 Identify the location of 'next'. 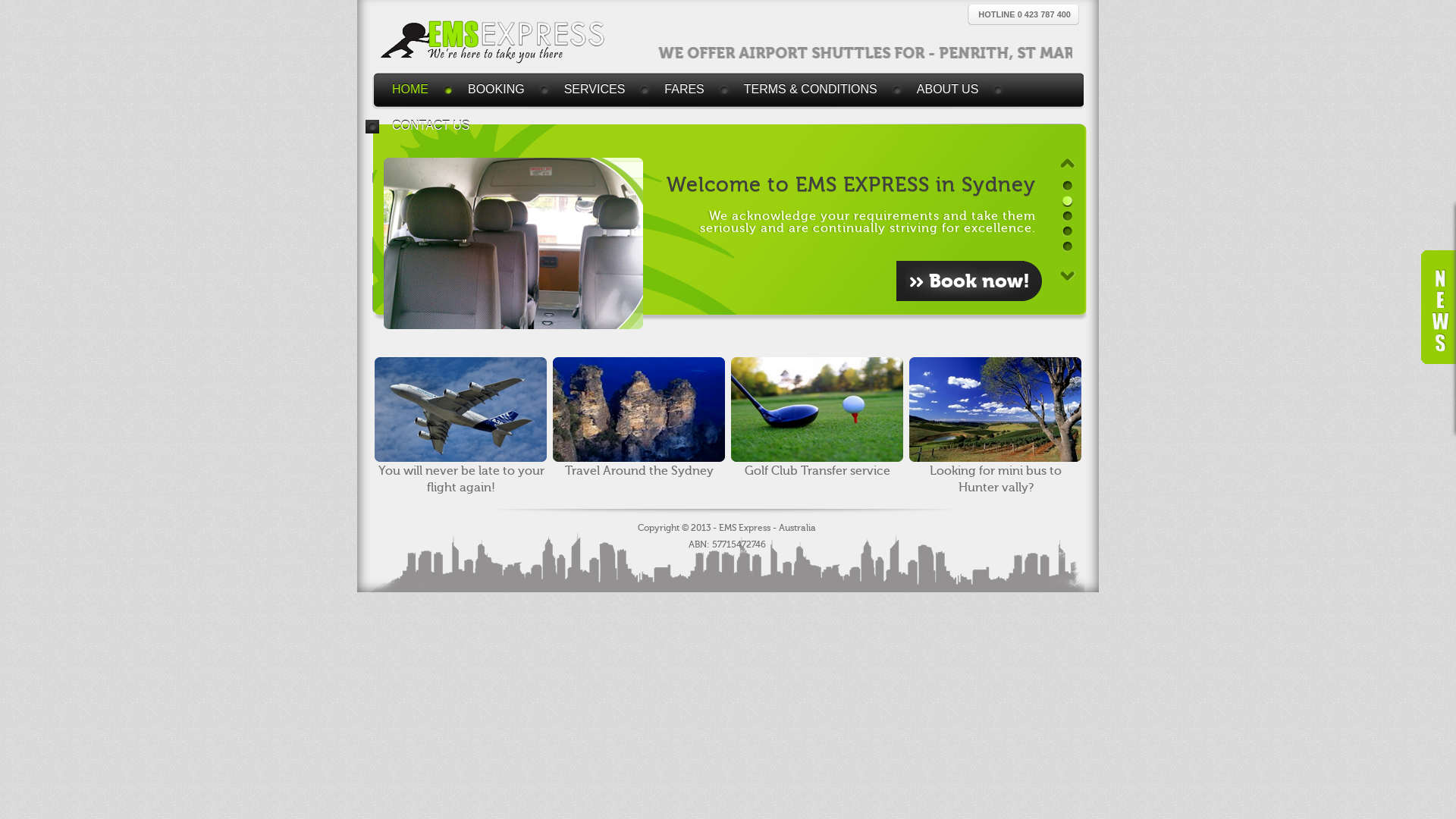
(1066, 275).